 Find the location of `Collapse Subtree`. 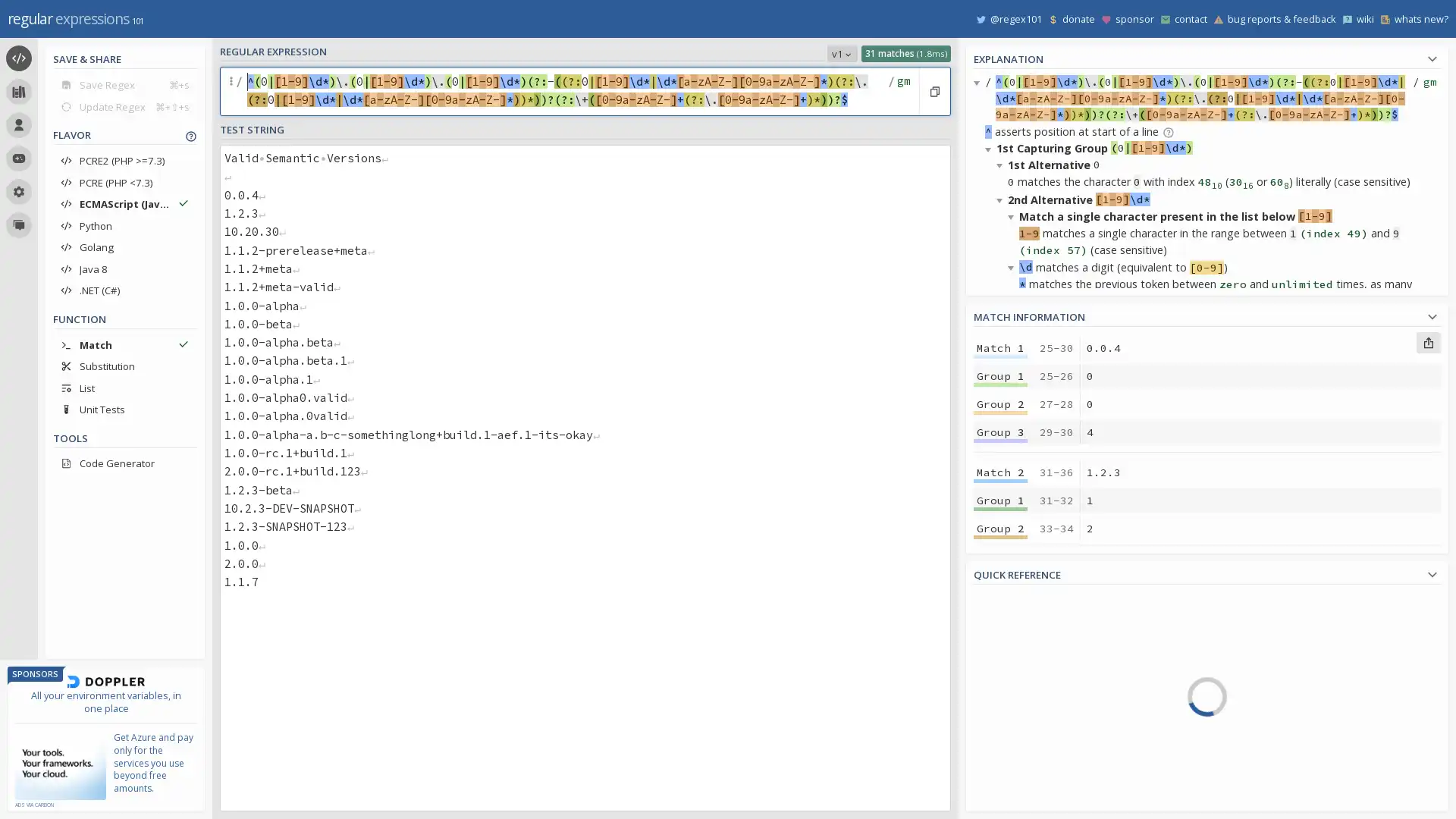

Collapse Subtree is located at coordinates (1002, 199).